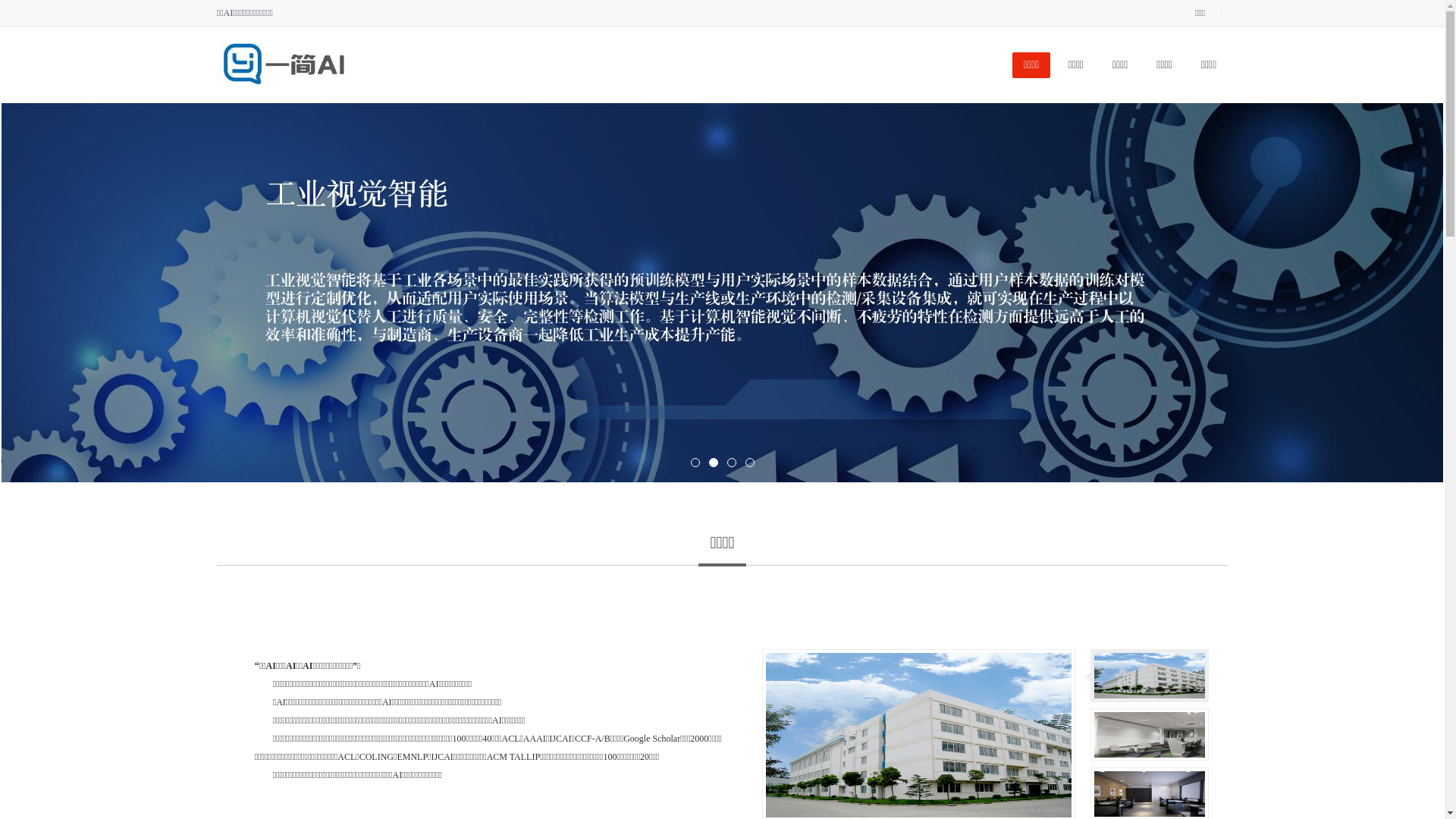  What do you see at coordinates (745, 461) in the screenshot?
I see `'4'` at bounding box center [745, 461].